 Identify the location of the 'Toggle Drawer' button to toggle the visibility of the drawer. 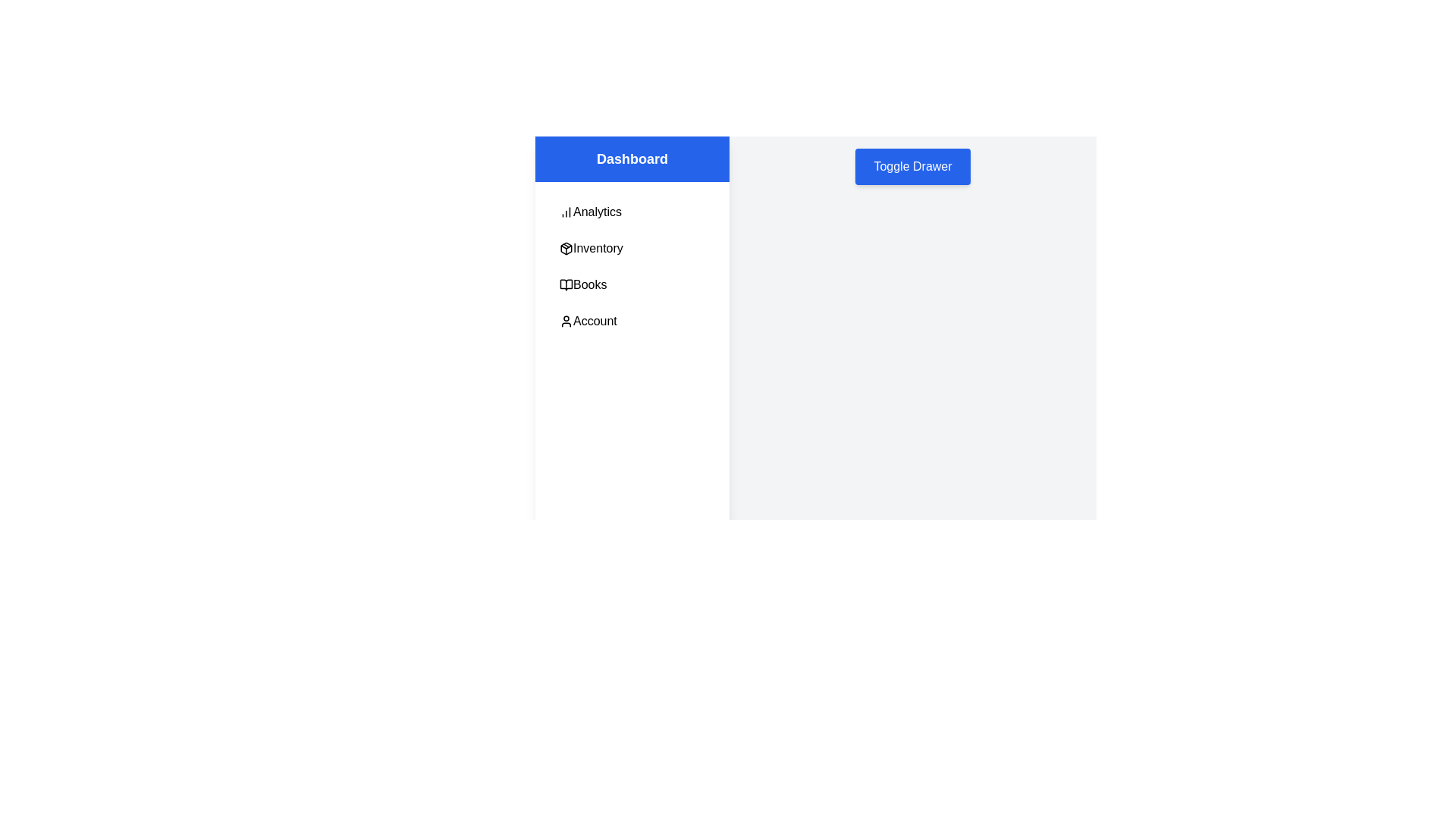
(912, 166).